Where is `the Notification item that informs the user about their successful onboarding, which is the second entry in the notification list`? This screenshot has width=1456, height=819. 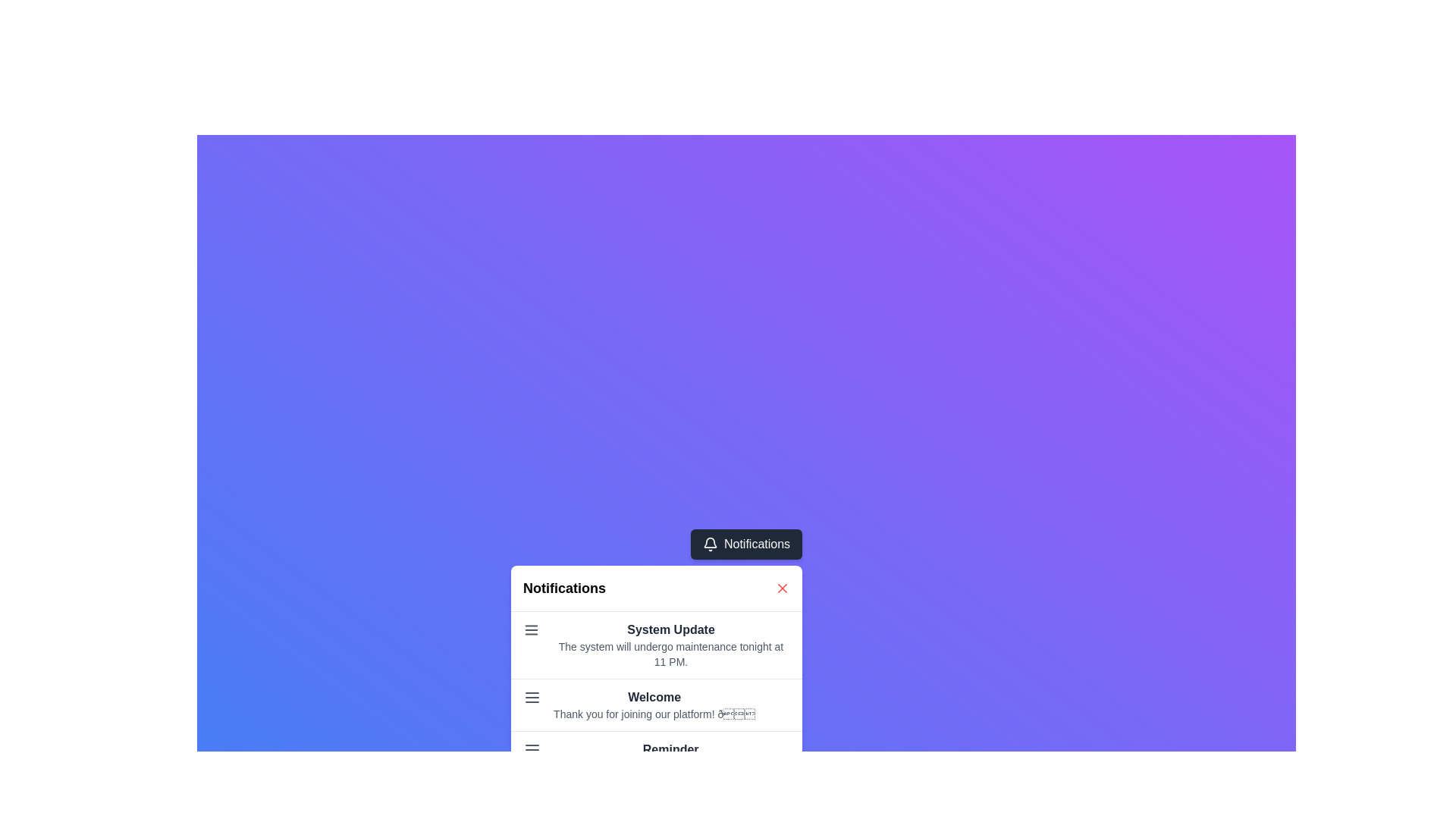 the Notification item that informs the user about their successful onboarding, which is the second entry in the notification list is located at coordinates (657, 704).